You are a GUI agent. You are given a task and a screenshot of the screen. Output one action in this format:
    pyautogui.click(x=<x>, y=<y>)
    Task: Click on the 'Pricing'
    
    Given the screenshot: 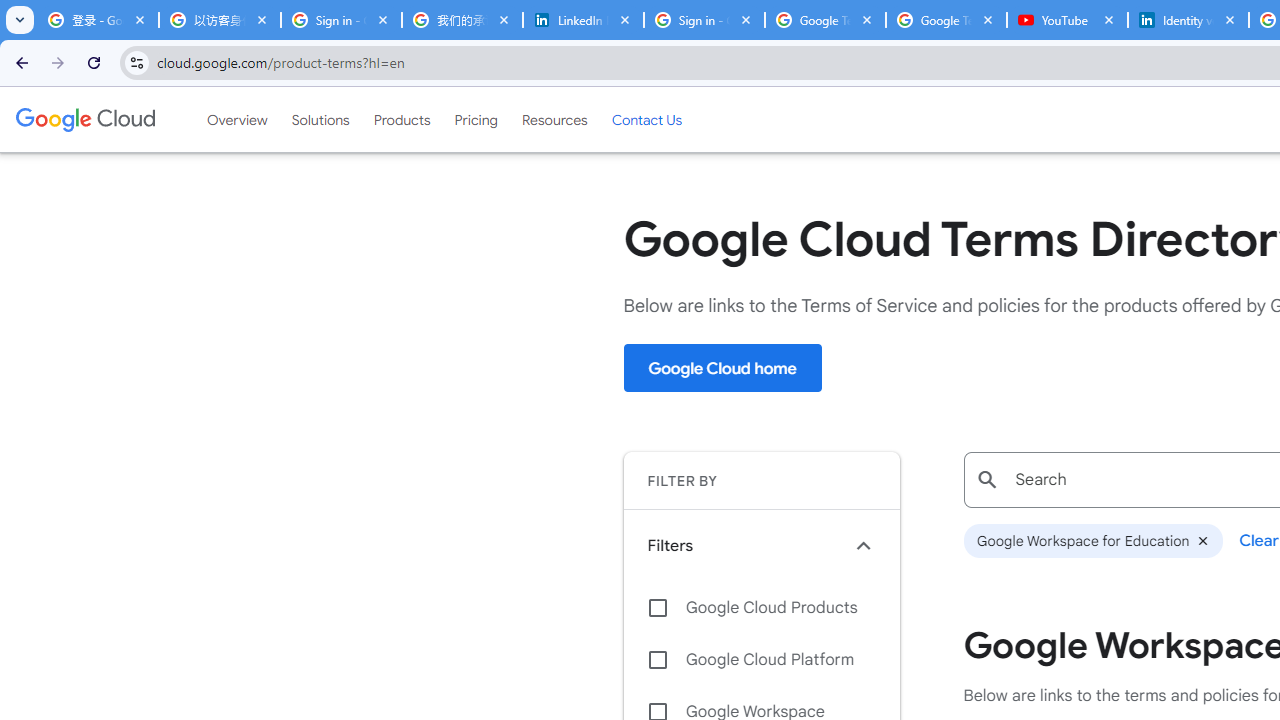 What is the action you would take?
    pyautogui.click(x=475, y=119)
    